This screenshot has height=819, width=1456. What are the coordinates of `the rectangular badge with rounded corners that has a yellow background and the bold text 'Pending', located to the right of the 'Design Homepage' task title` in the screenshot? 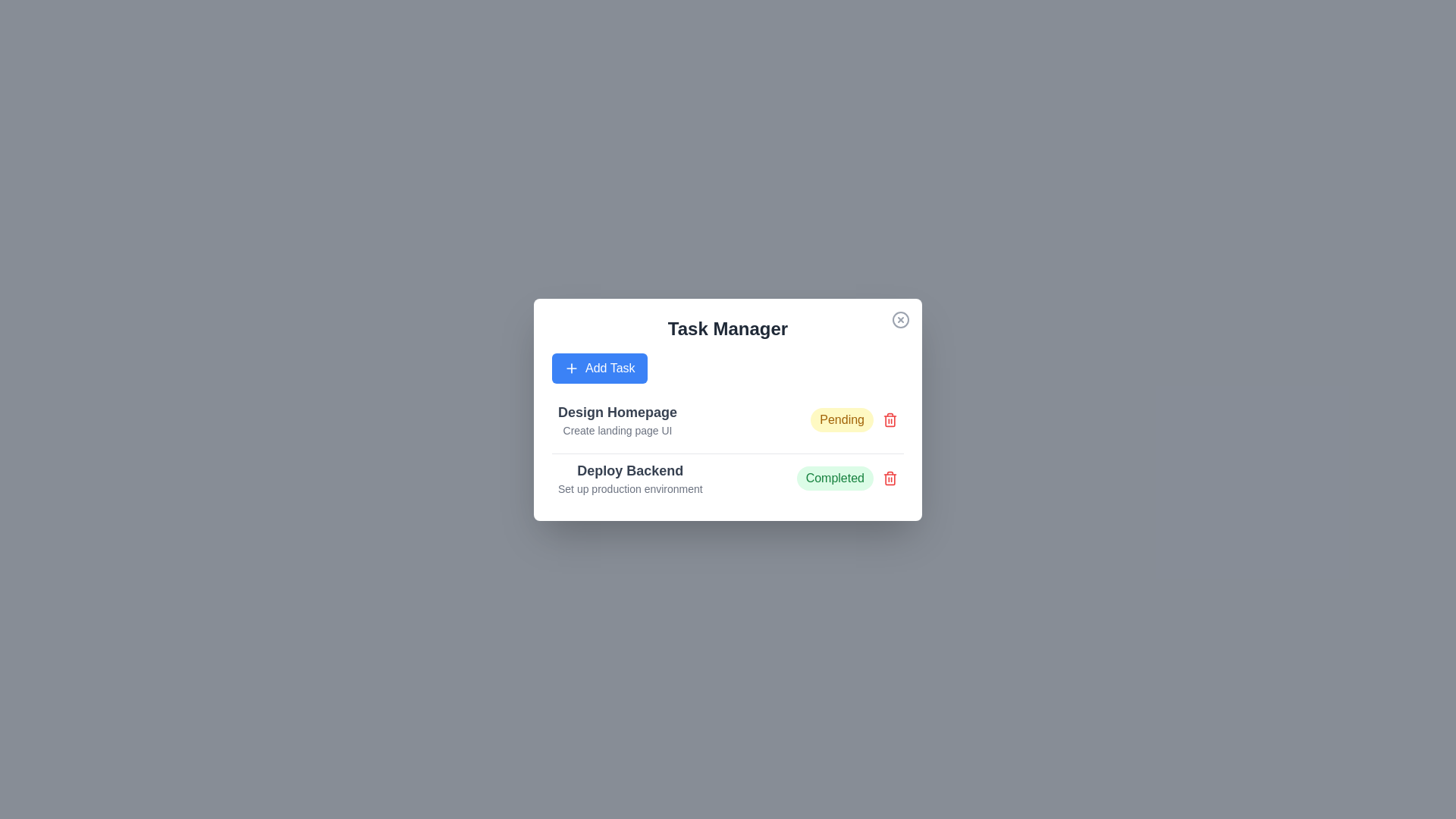 It's located at (841, 419).